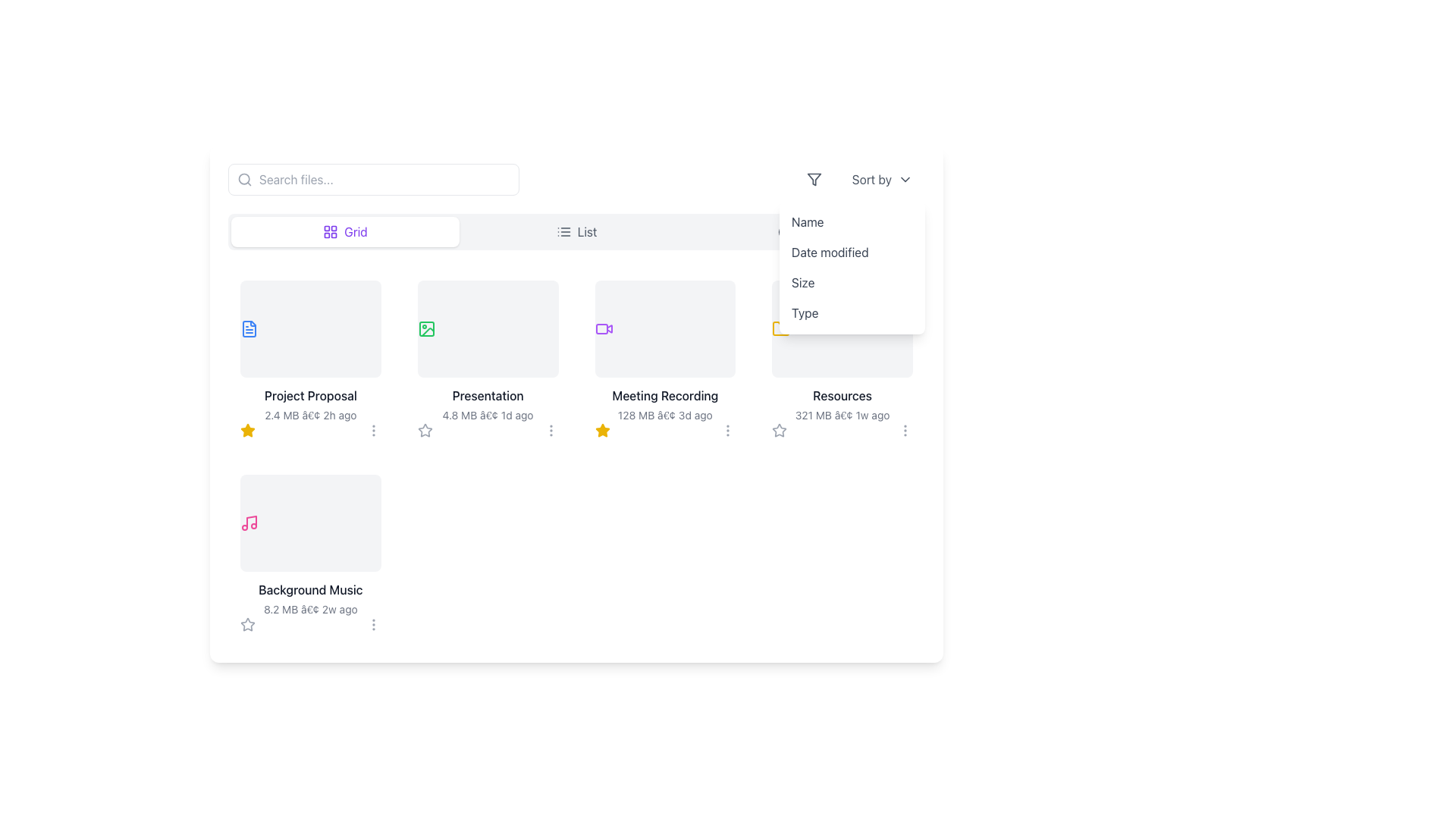 This screenshot has width=1456, height=819. I want to click on the SVG circle element that represents the handle base of the search icon located at the top-left corner of the interface, inside the search bar text field, so click(244, 178).